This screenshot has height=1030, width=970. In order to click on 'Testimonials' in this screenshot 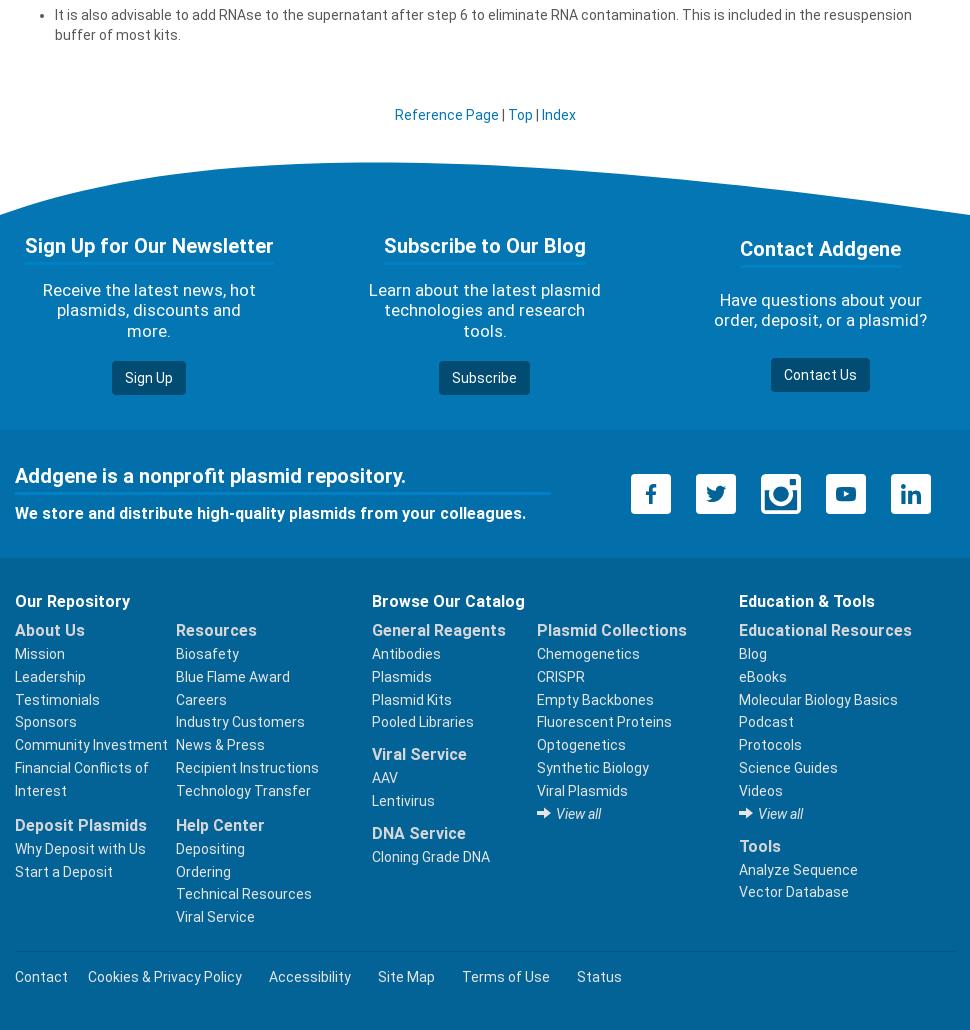, I will do `click(56, 698)`.